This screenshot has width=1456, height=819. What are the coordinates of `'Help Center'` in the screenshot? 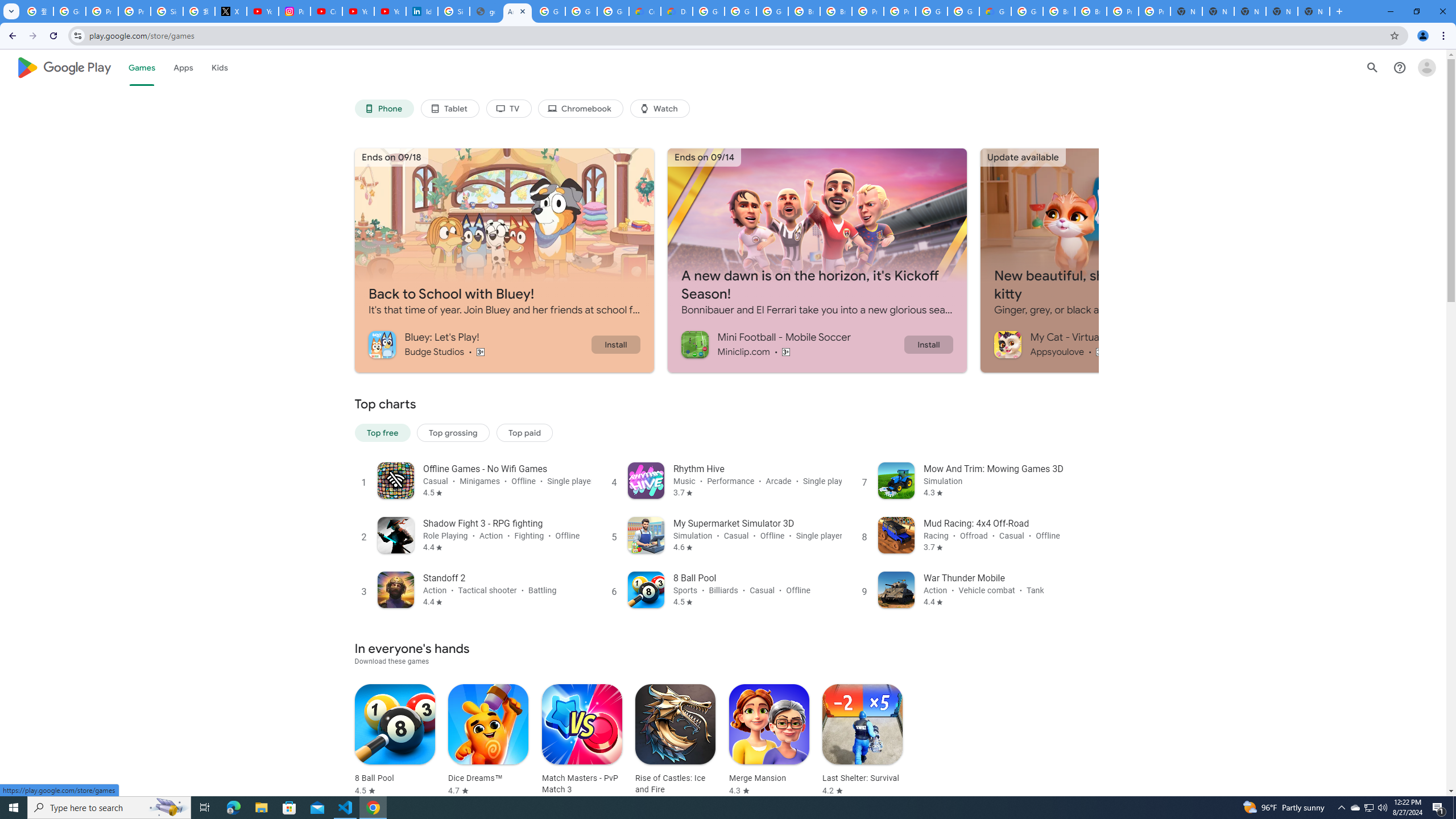 It's located at (1400, 67).